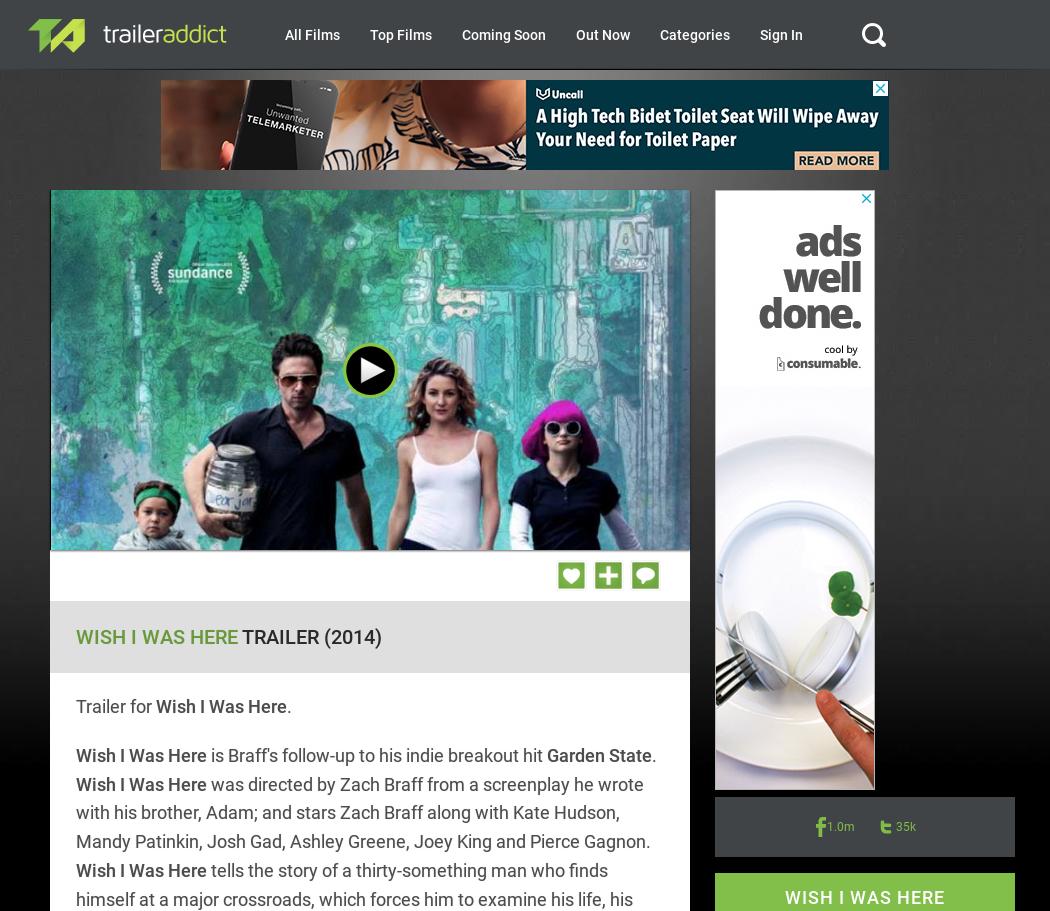 This screenshot has height=911, width=1050. Describe the element at coordinates (262, 530) in the screenshot. I see `'/'` at that location.